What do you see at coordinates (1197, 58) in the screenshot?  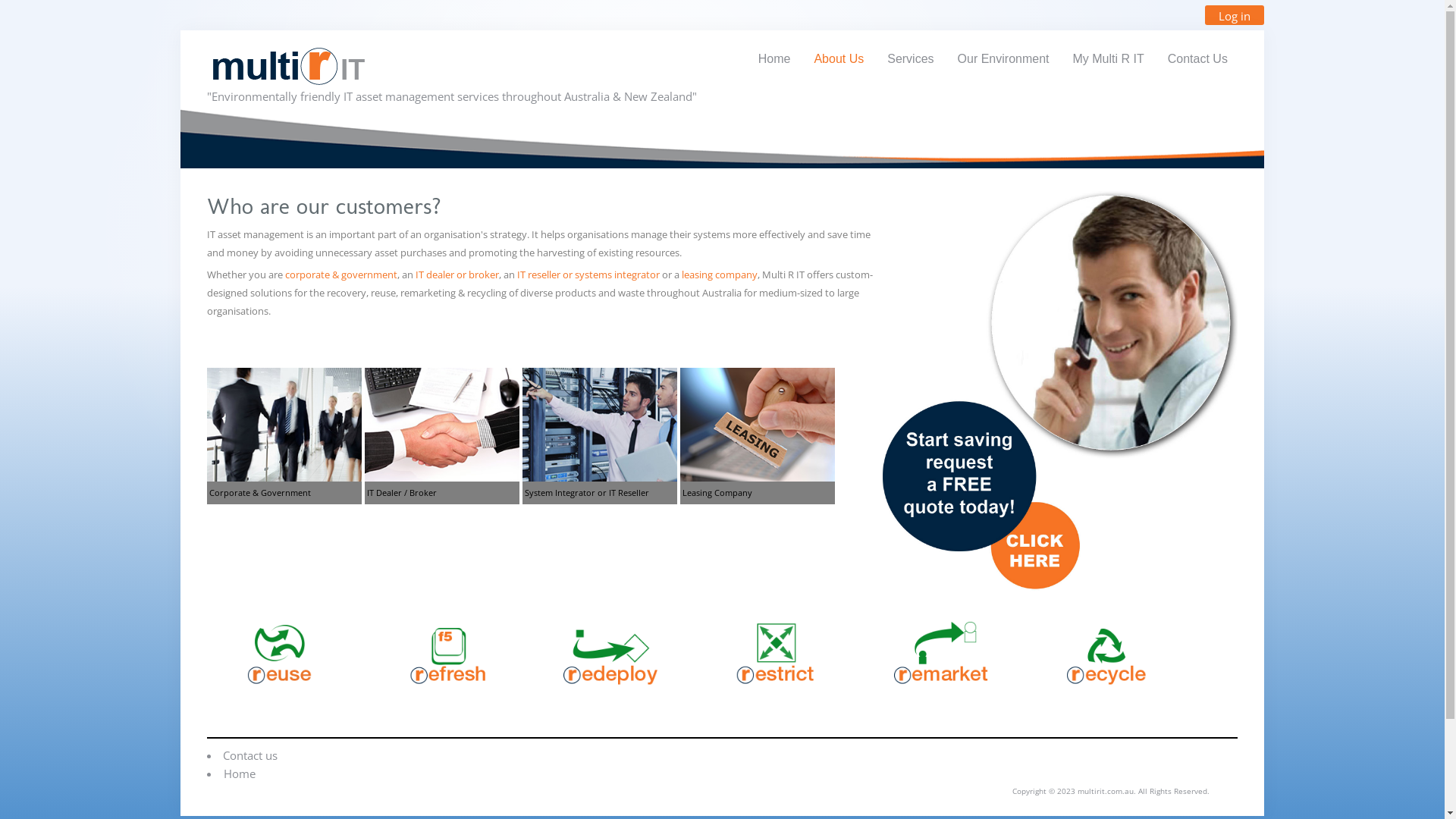 I see `'Contact Us'` at bounding box center [1197, 58].